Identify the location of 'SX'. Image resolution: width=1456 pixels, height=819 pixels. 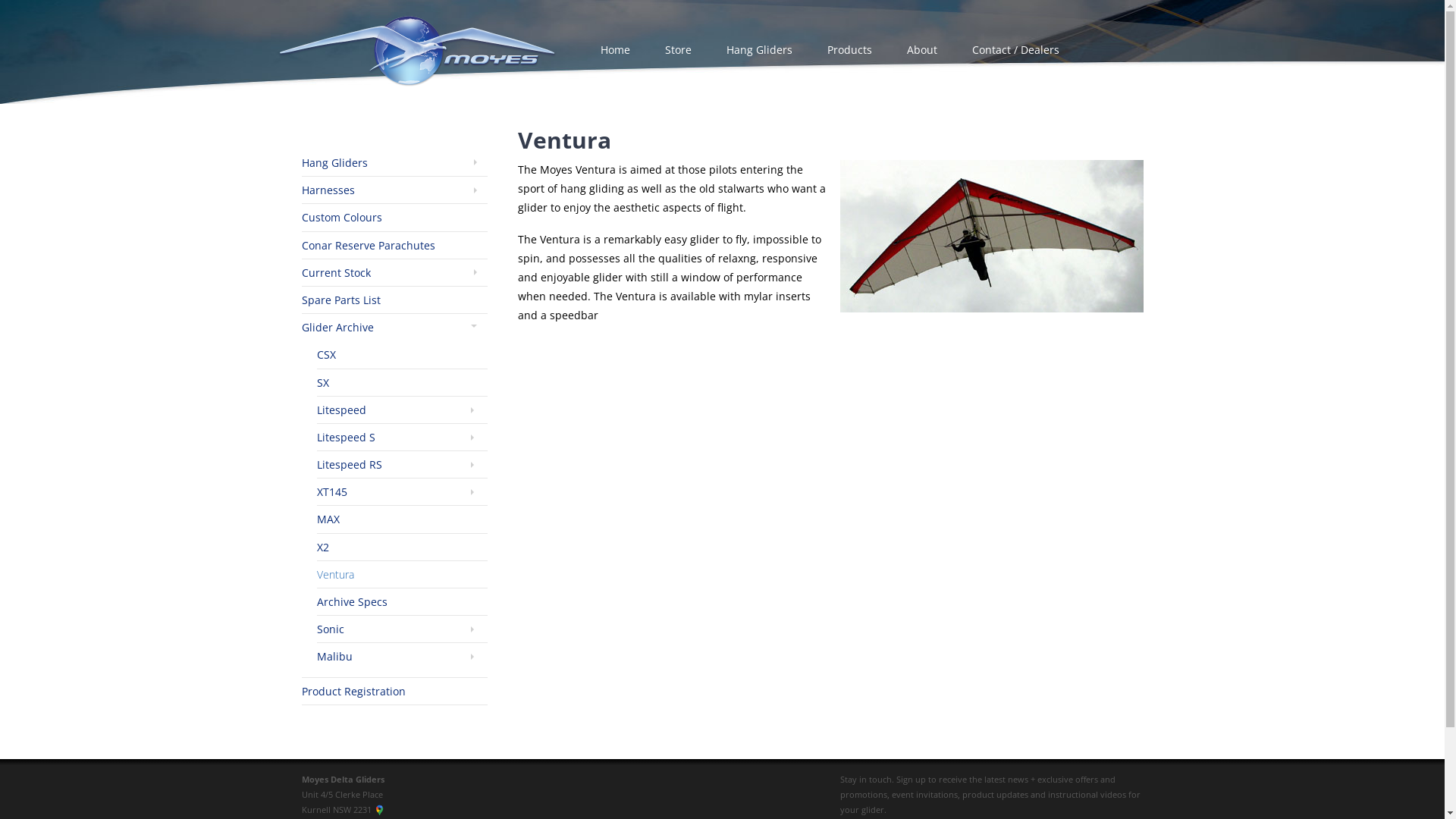
(322, 381).